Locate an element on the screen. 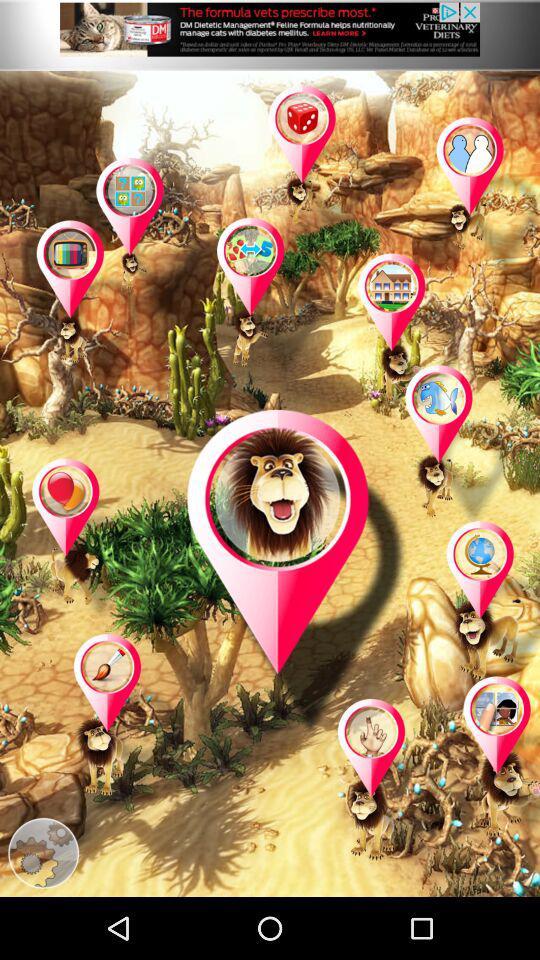  open location is located at coordinates (90, 302).